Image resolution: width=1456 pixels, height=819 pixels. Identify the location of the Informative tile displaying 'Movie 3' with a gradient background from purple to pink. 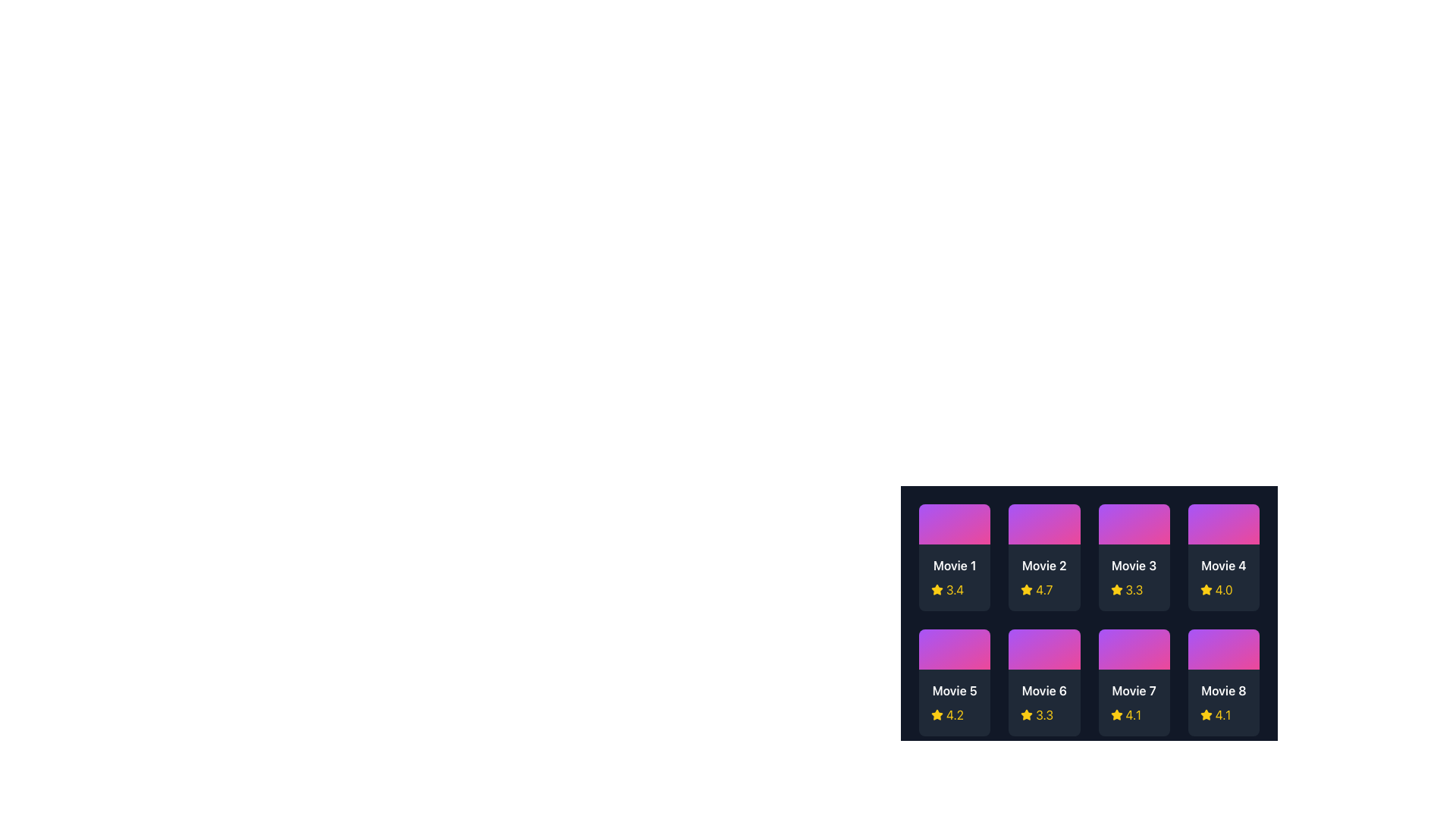
(1134, 557).